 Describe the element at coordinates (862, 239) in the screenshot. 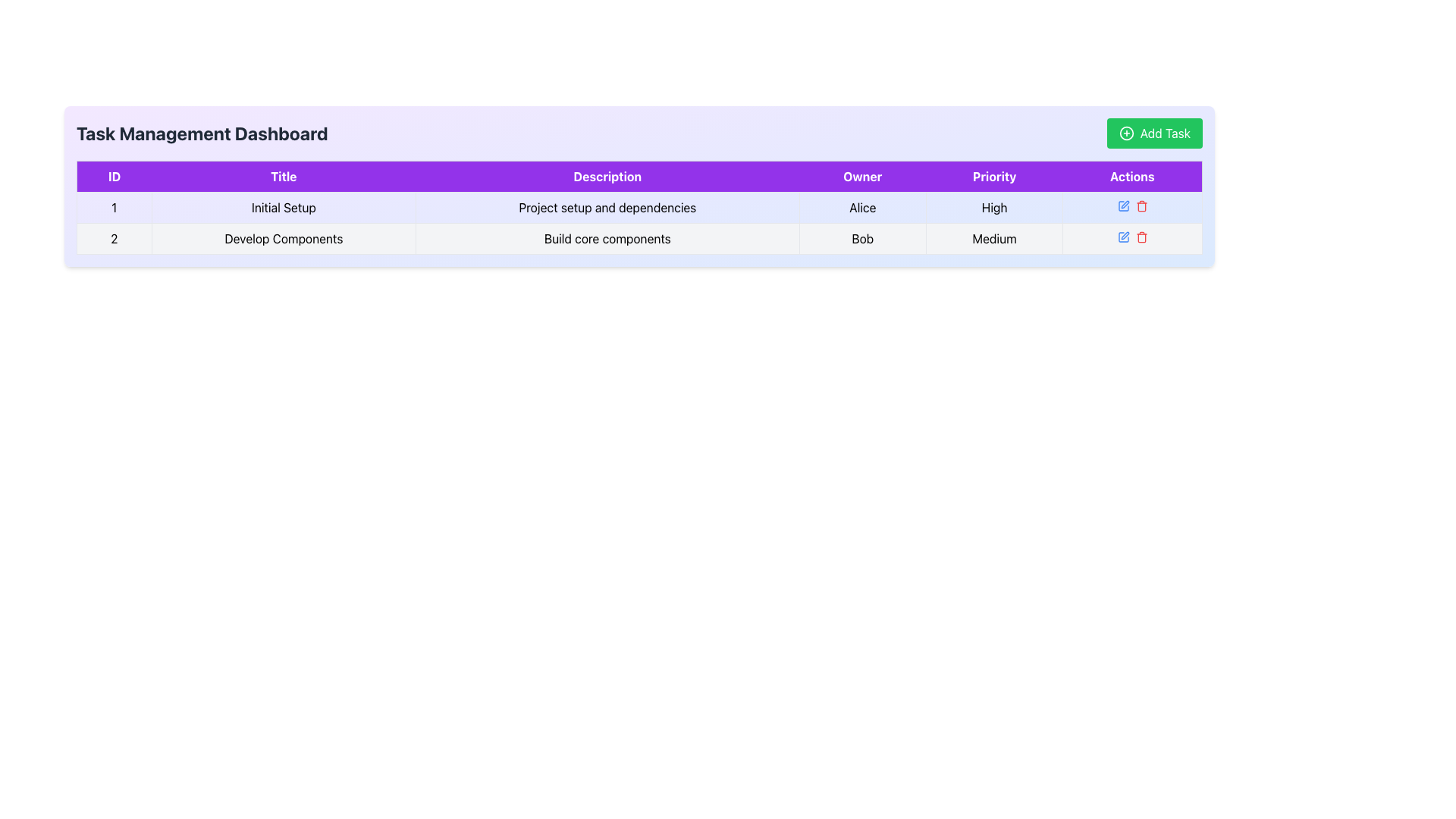

I see `the text cell displaying 'Bob'` at that location.